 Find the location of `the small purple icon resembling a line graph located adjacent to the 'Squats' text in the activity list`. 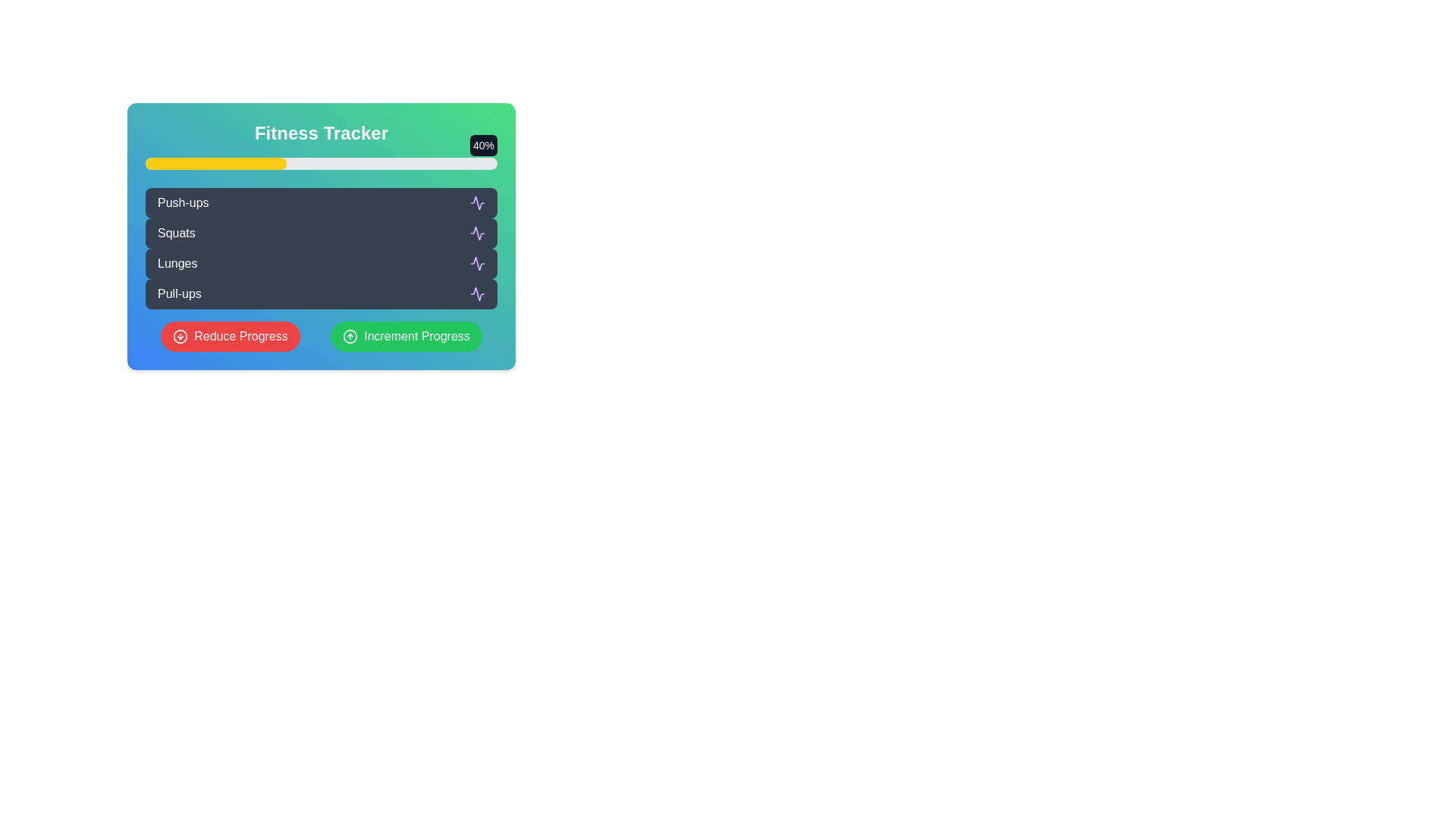

the small purple icon resembling a line graph located adjacent to the 'Squats' text in the activity list is located at coordinates (476, 234).